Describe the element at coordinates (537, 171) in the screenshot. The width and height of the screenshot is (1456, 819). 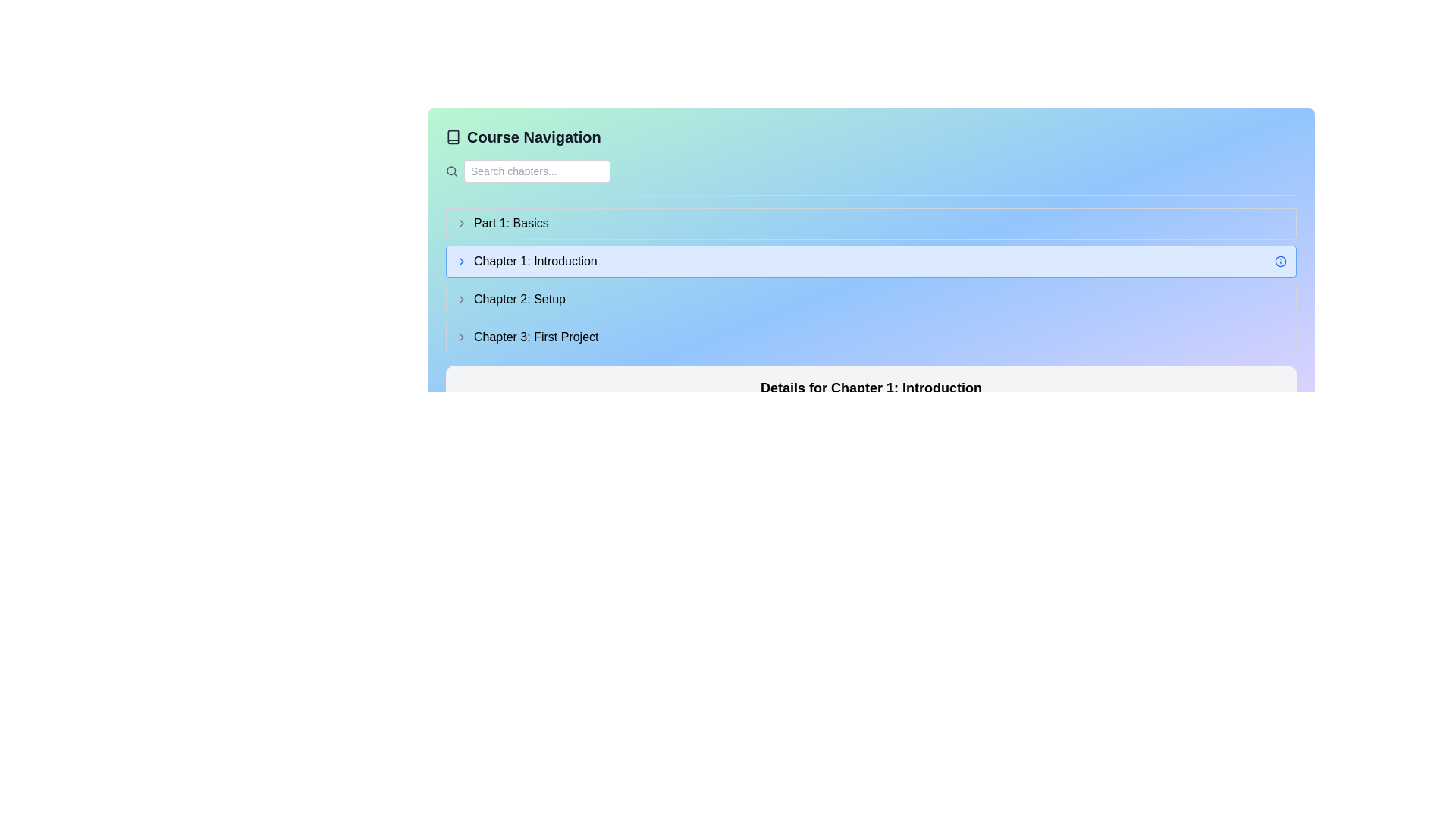
I see `the search input box with a light gray border and placeholder text 'Search chapters...' to focus the cursor` at that location.